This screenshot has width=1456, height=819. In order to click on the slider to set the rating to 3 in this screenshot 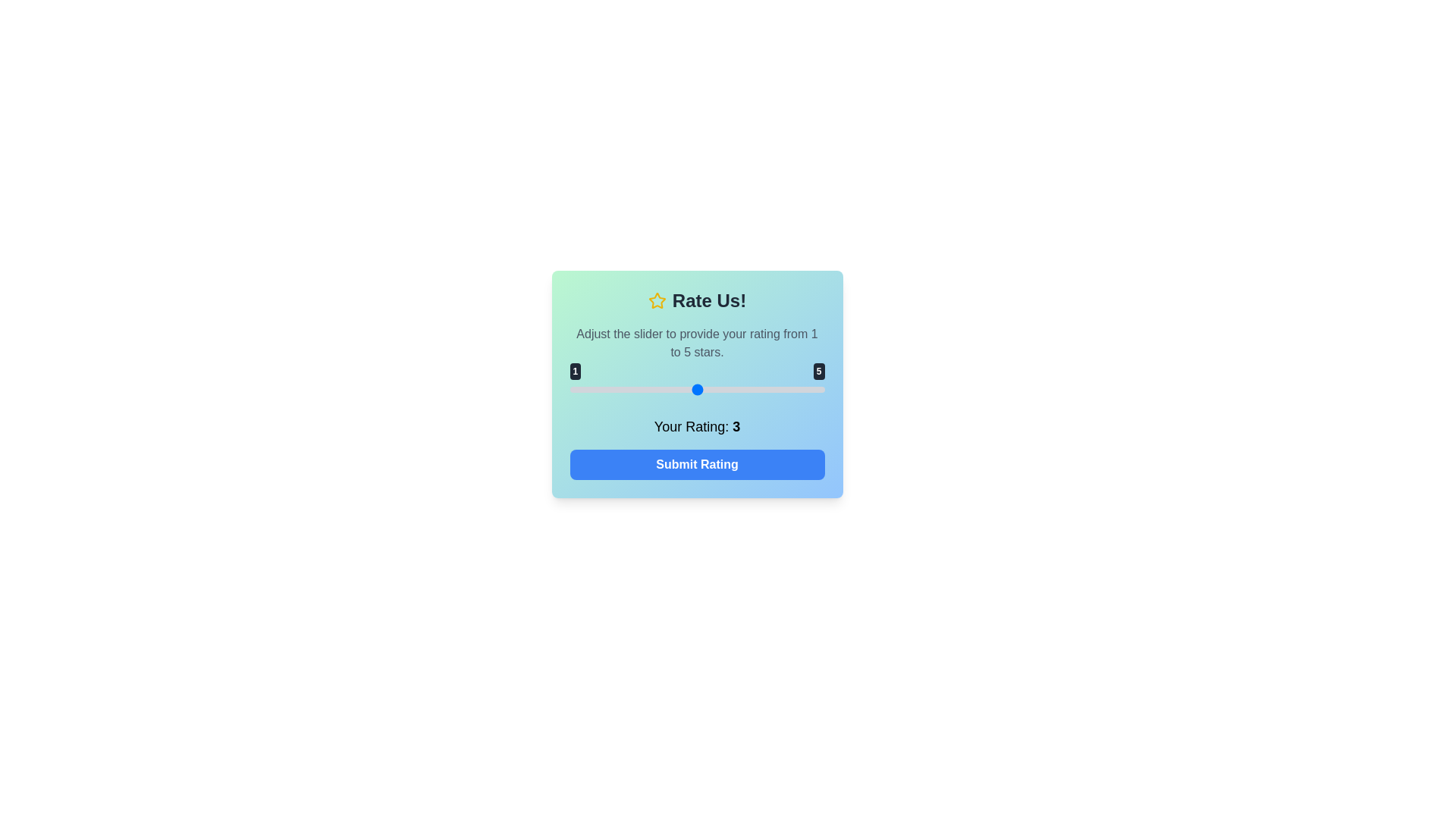, I will do `click(696, 388)`.